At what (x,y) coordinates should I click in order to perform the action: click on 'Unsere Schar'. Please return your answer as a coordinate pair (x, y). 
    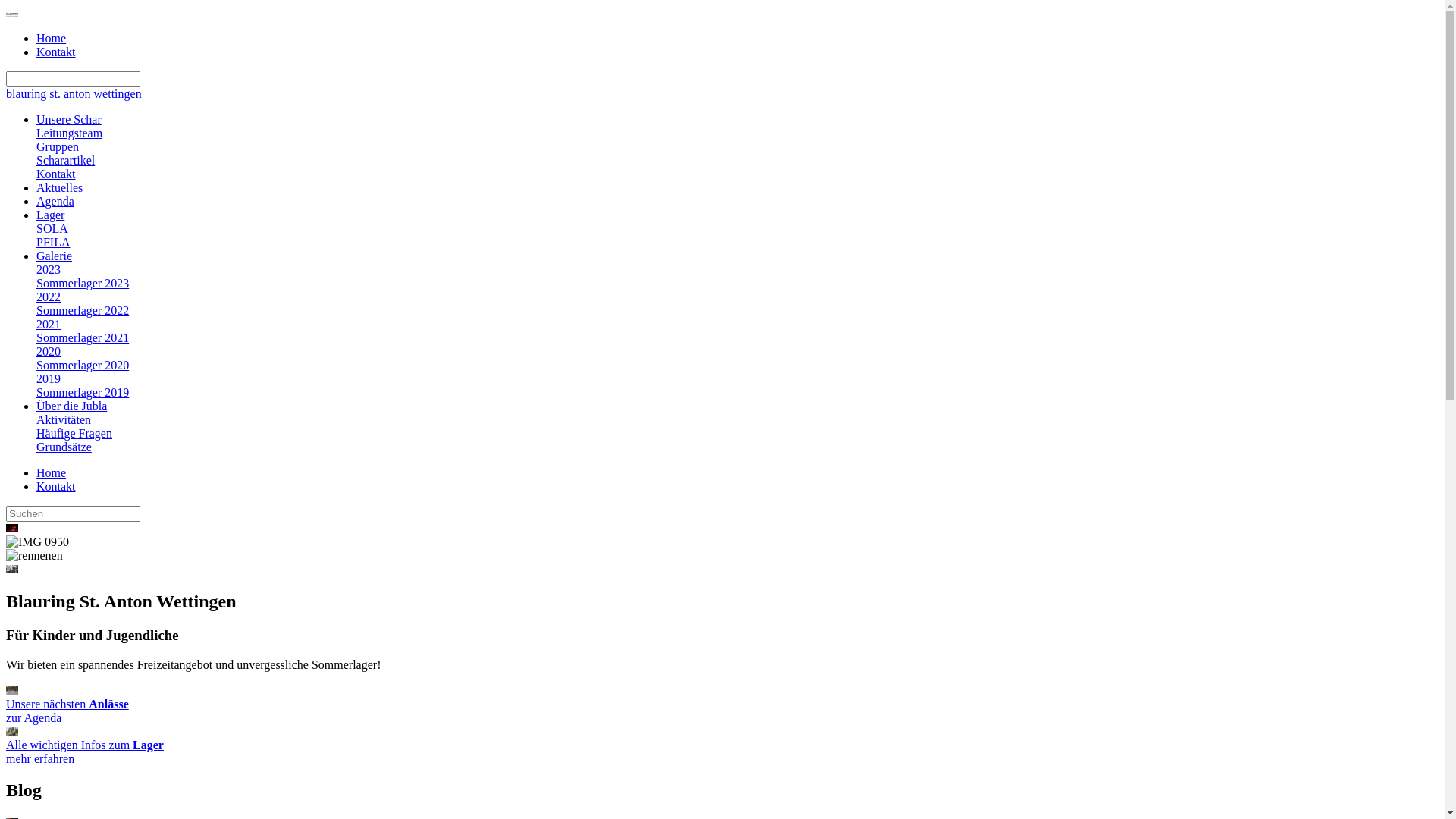
    Looking at the image, I should click on (68, 118).